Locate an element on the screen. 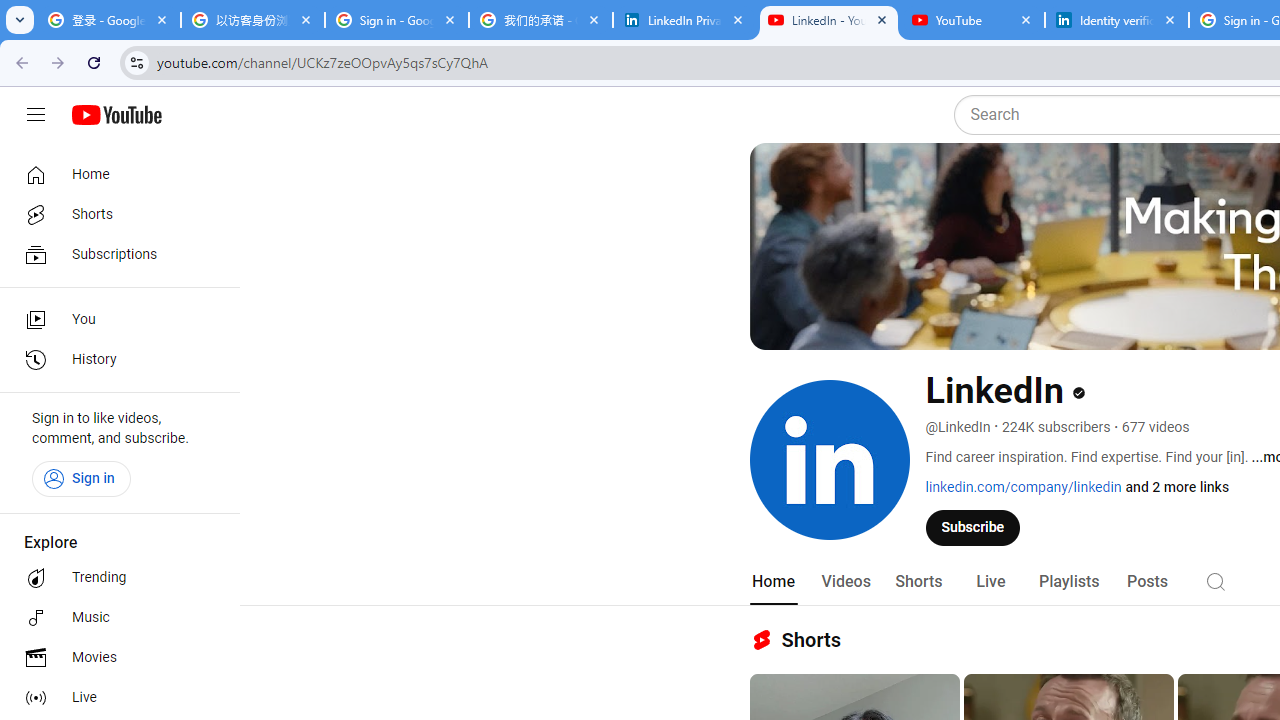 Image resolution: width=1280 pixels, height=720 pixels. 'Playlists' is located at coordinates (1067, 581).